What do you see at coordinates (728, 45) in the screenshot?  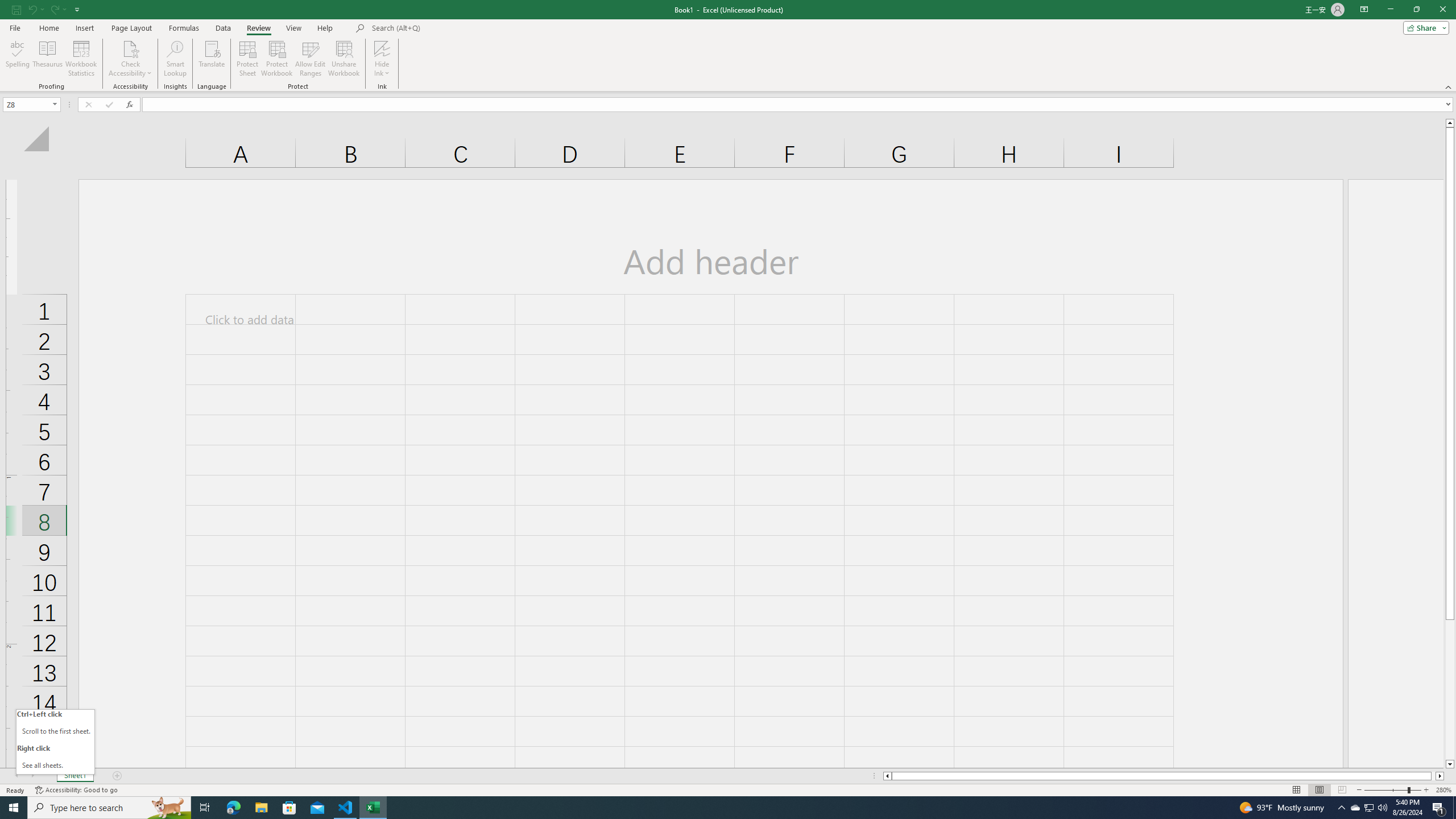 I see `'Class: MsoCommandBar'` at bounding box center [728, 45].